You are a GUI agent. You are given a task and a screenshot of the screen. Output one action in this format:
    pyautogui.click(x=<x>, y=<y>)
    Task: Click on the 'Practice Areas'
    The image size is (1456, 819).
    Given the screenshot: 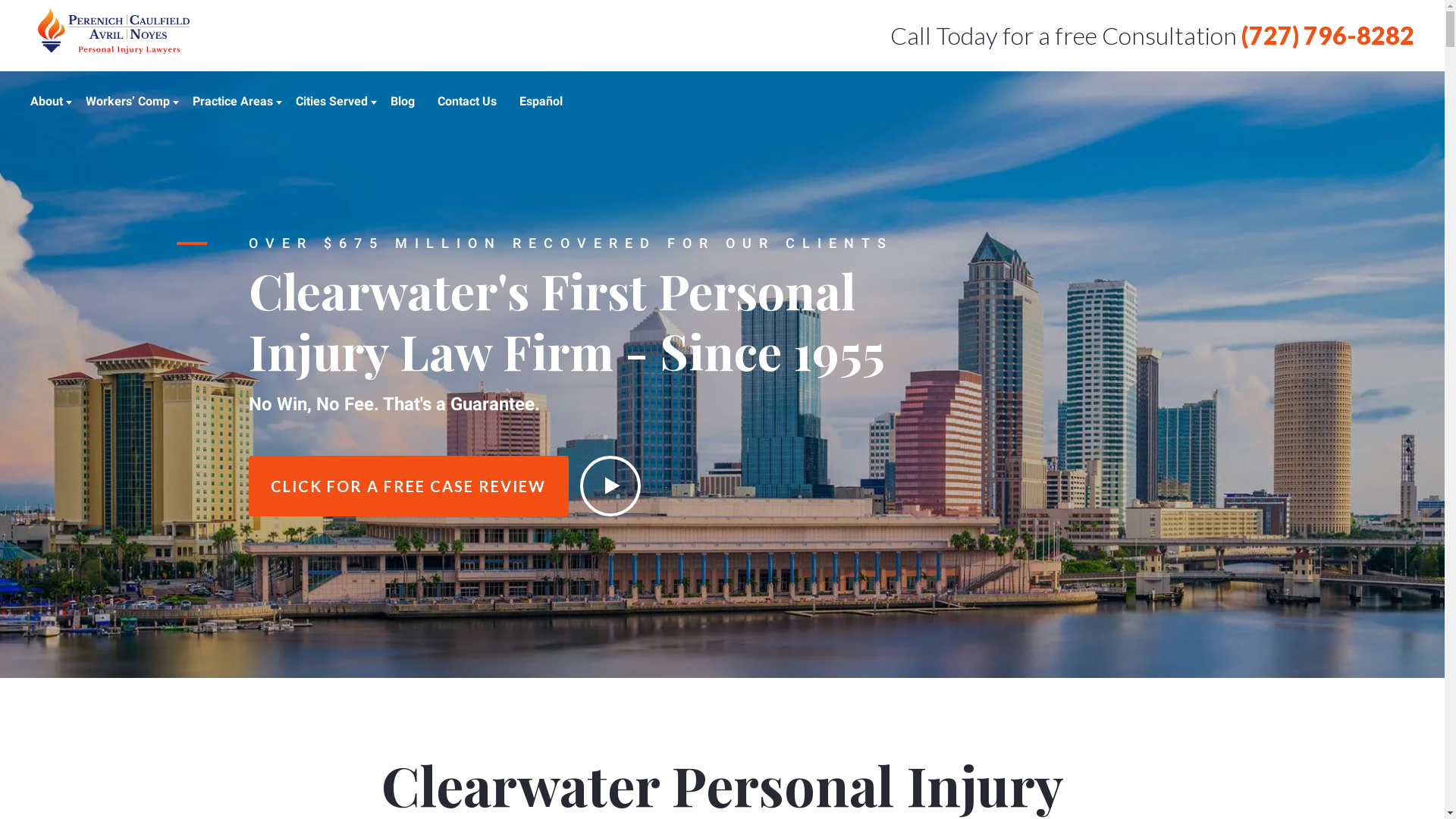 What is the action you would take?
    pyautogui.click(x=192, y=101)
    